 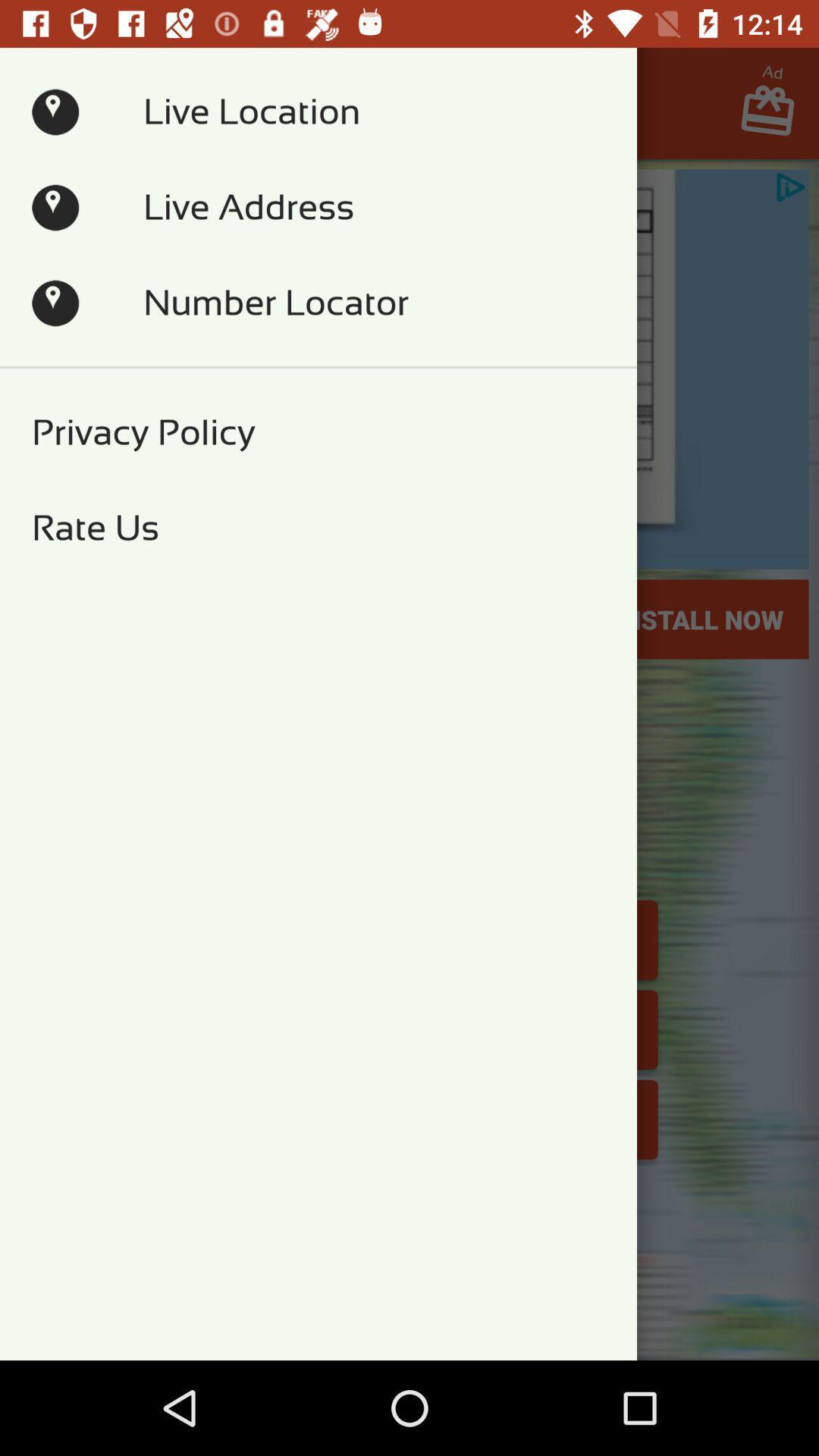 What do you see at coordinates (775, 115) in the screenshot?
I see `the symbol just below ad at the right corner` at bounding box center [775, 115].